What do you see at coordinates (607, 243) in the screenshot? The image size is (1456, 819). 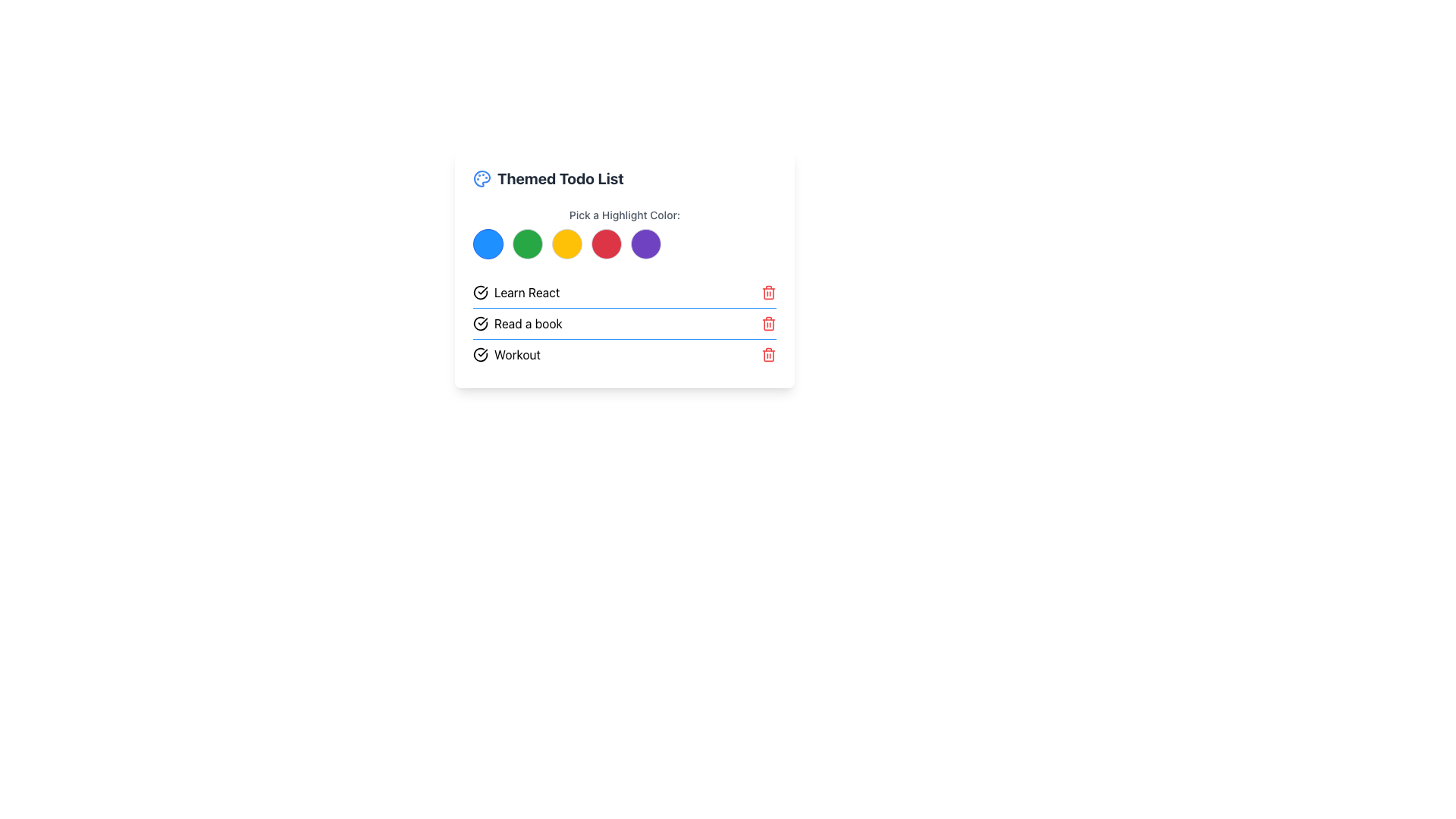 I see `the fourth circular button with a red background in the 'Themed Todo List' section` at bounding box center [607, 243].